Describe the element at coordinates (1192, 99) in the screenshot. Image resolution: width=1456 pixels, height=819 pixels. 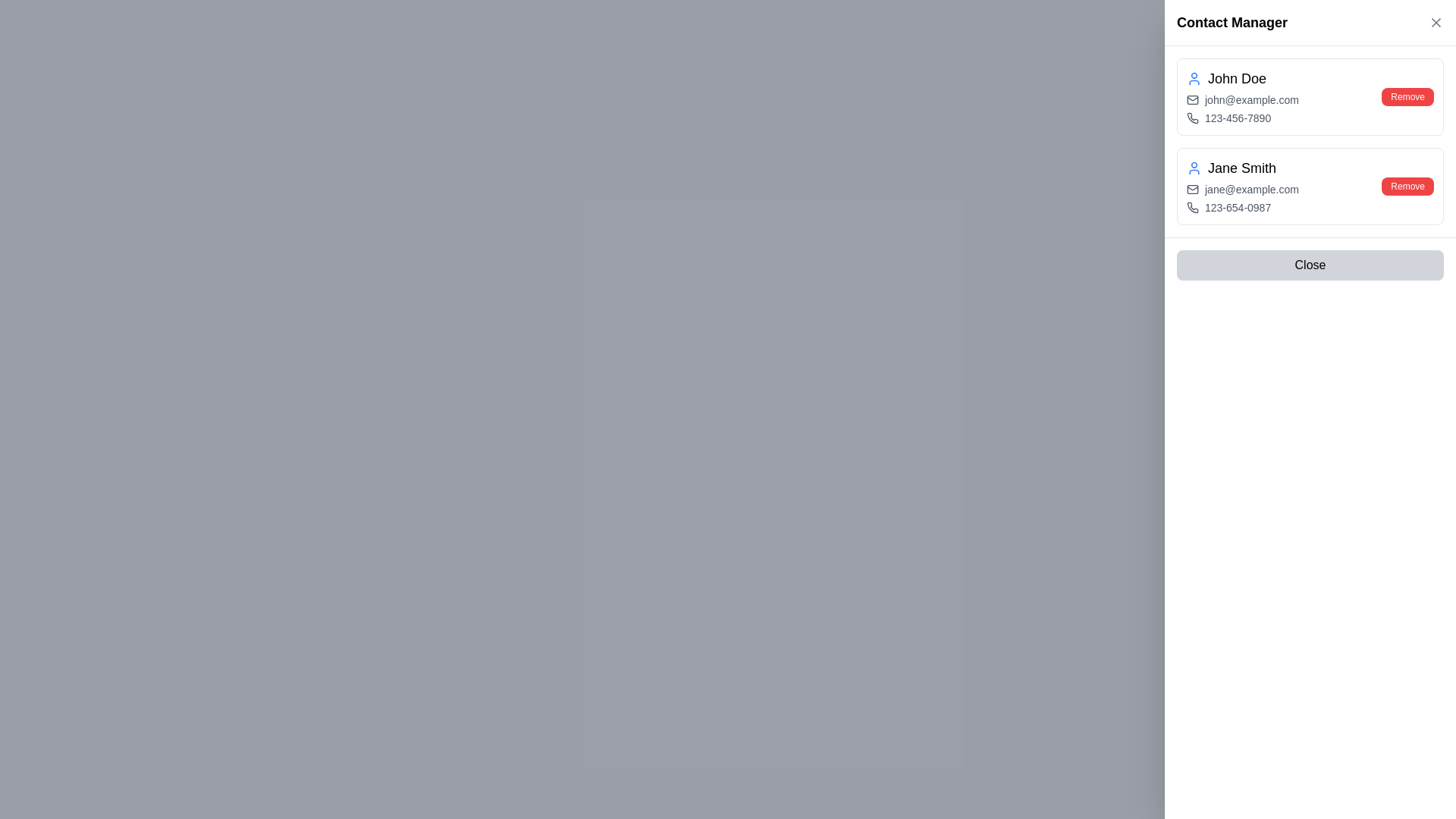
I see `the email icon resembling a folded envelope located in the contact details section, directly to the left of 'John Doe's email address` at that location.